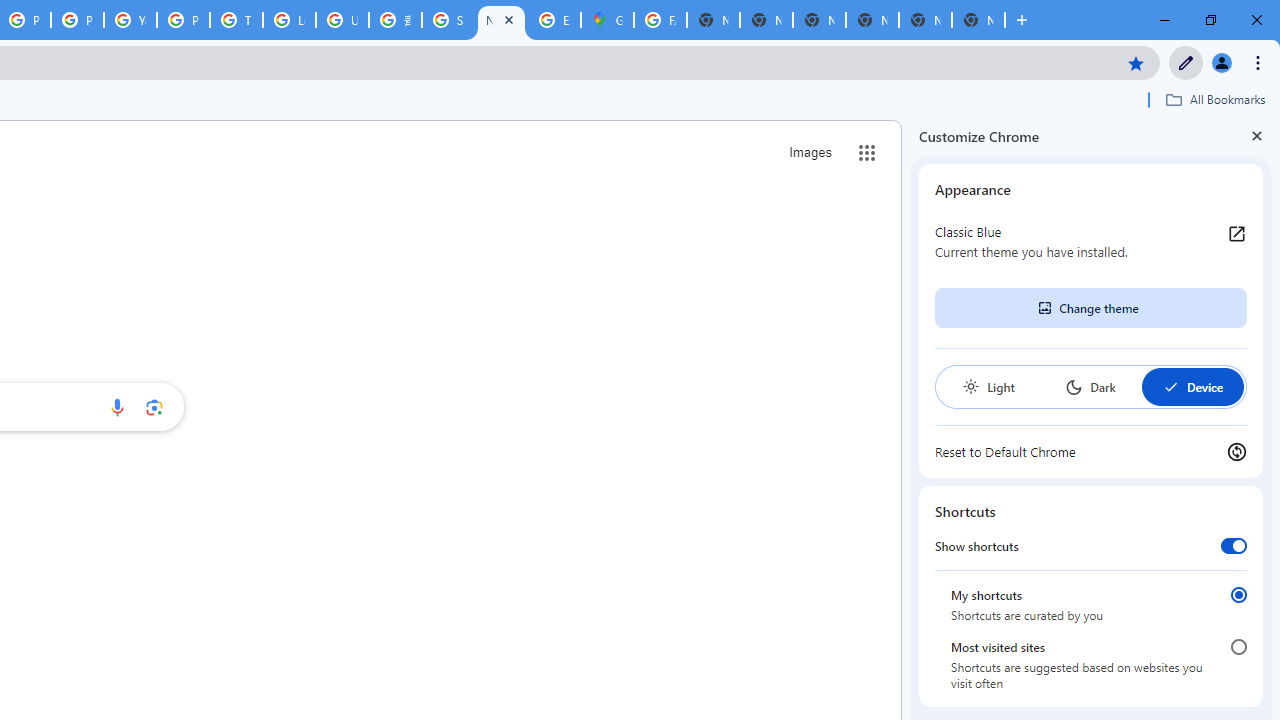 This screenshot has height=720, width=1280. Describe the element at coordinates (1089, 308) in the screenshot. I see `'Change theme'` at that location.